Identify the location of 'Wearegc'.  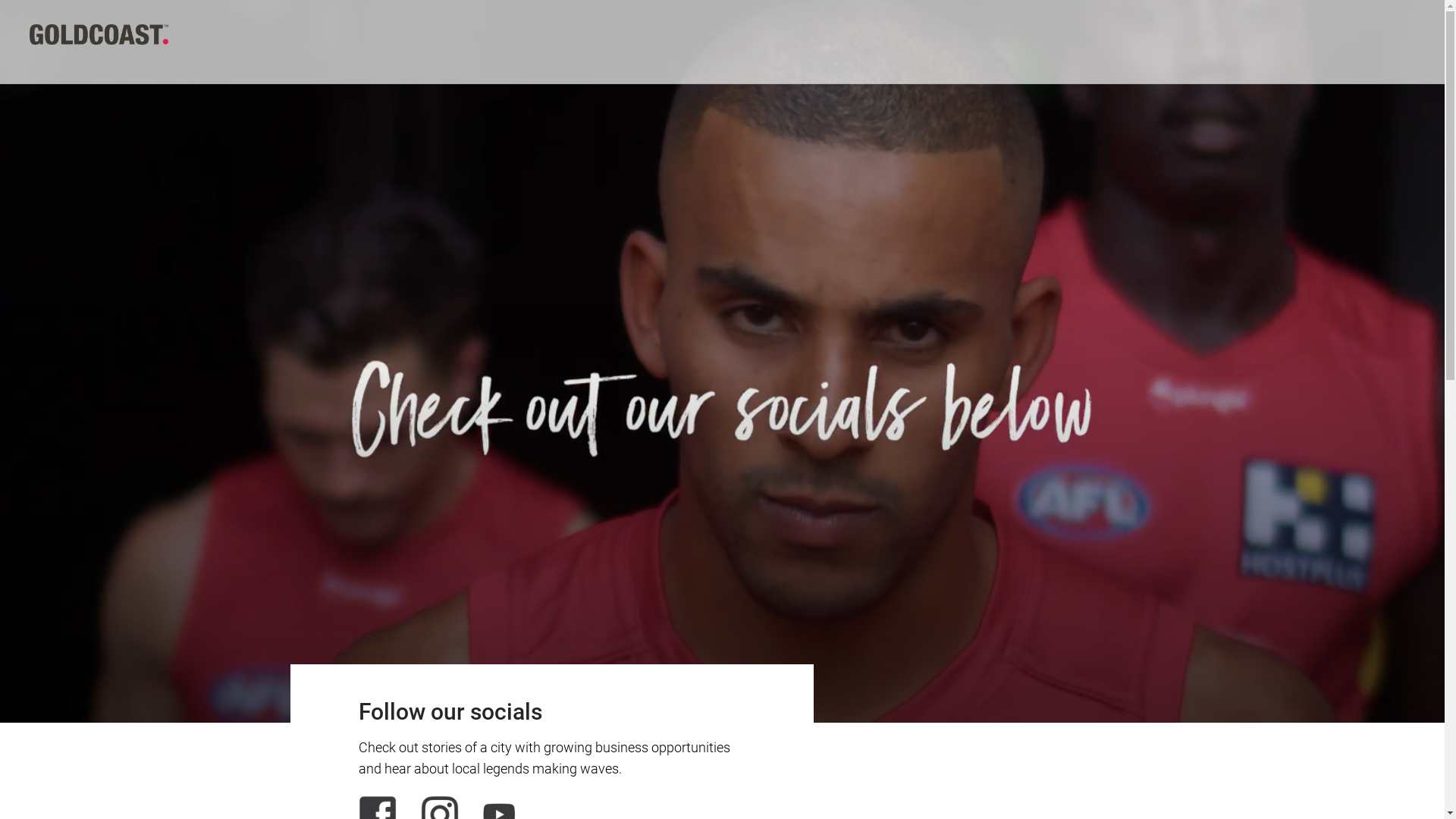
(29, 33).